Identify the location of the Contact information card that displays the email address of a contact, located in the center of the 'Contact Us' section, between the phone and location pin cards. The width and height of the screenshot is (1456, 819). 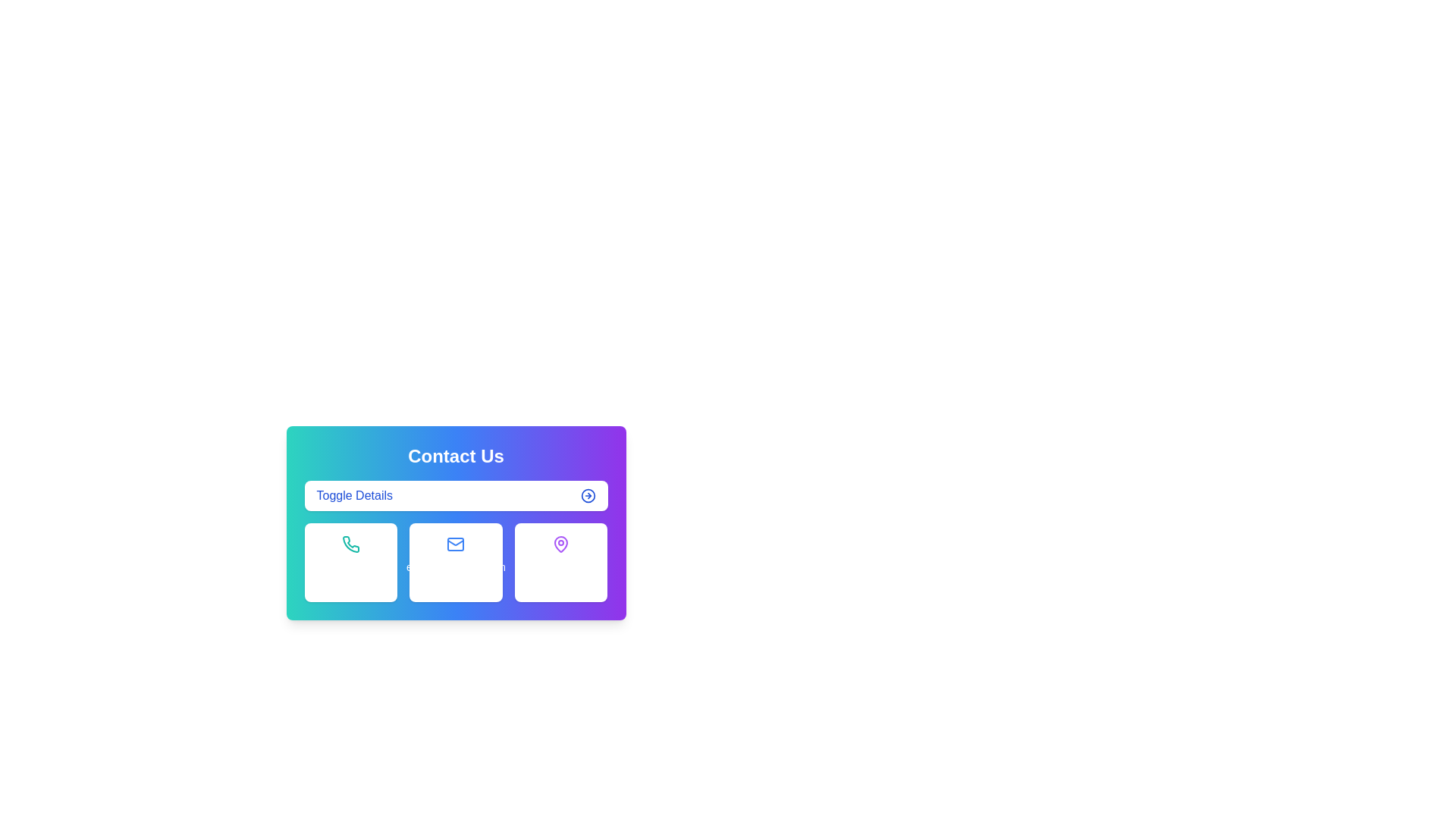
(455, 562).